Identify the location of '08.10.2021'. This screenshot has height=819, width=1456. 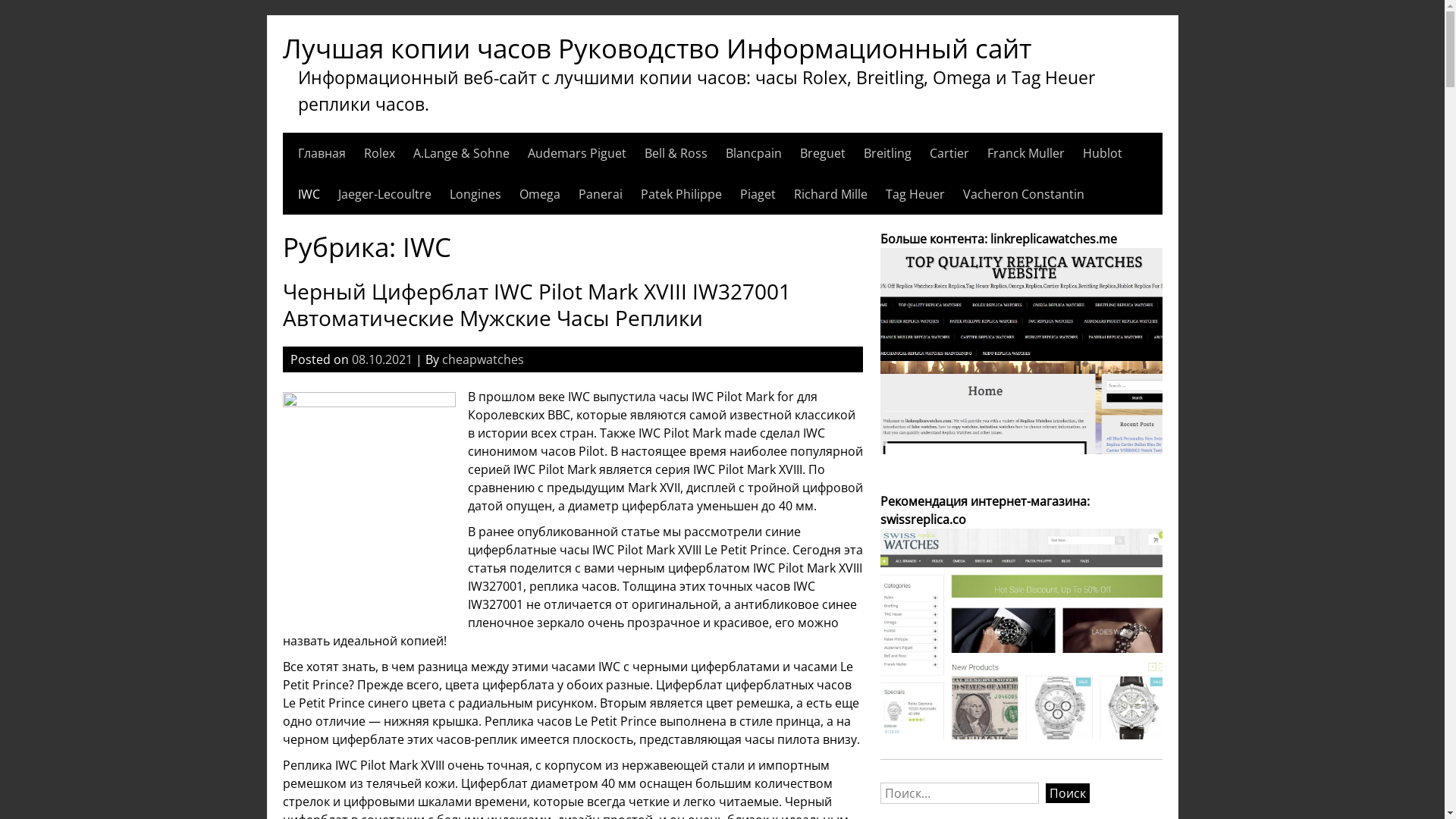
(382, 359).